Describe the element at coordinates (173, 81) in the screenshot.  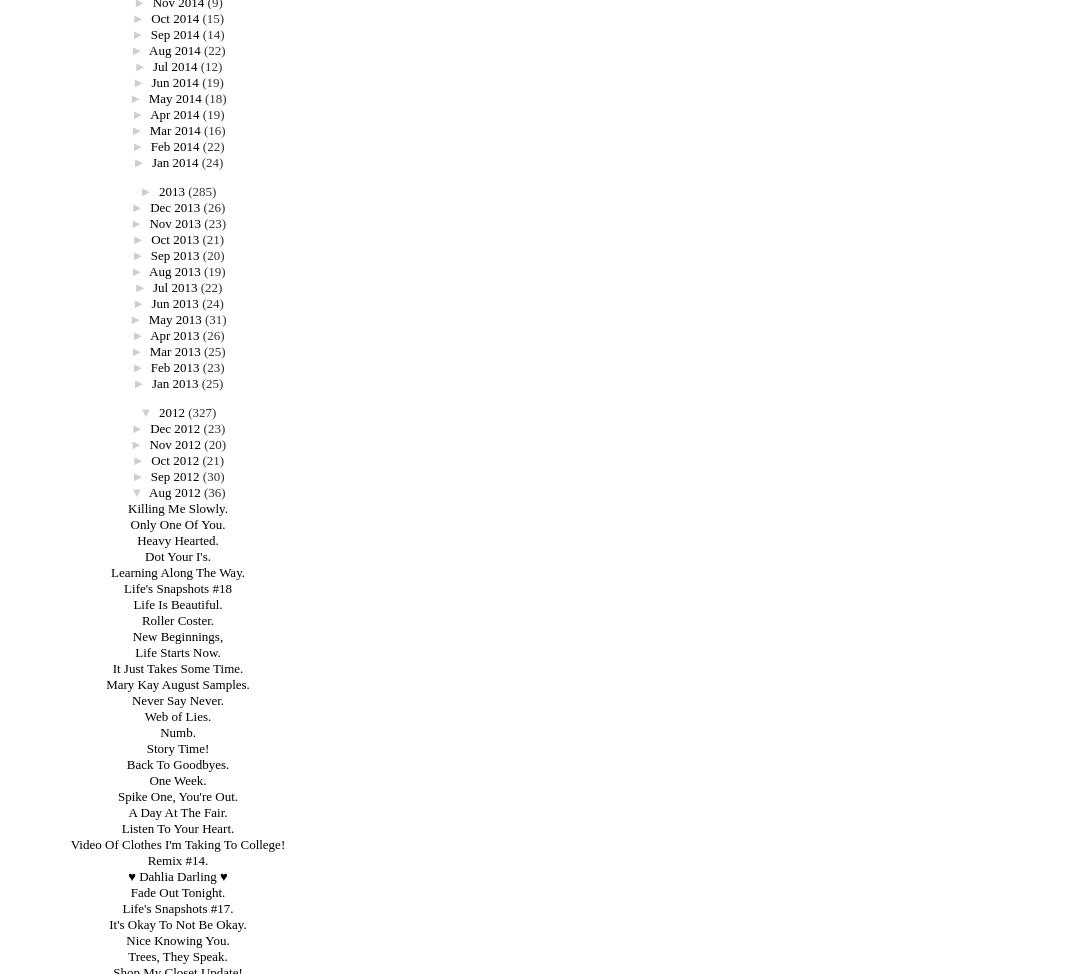
I see `'Jun 2014'` at that location.